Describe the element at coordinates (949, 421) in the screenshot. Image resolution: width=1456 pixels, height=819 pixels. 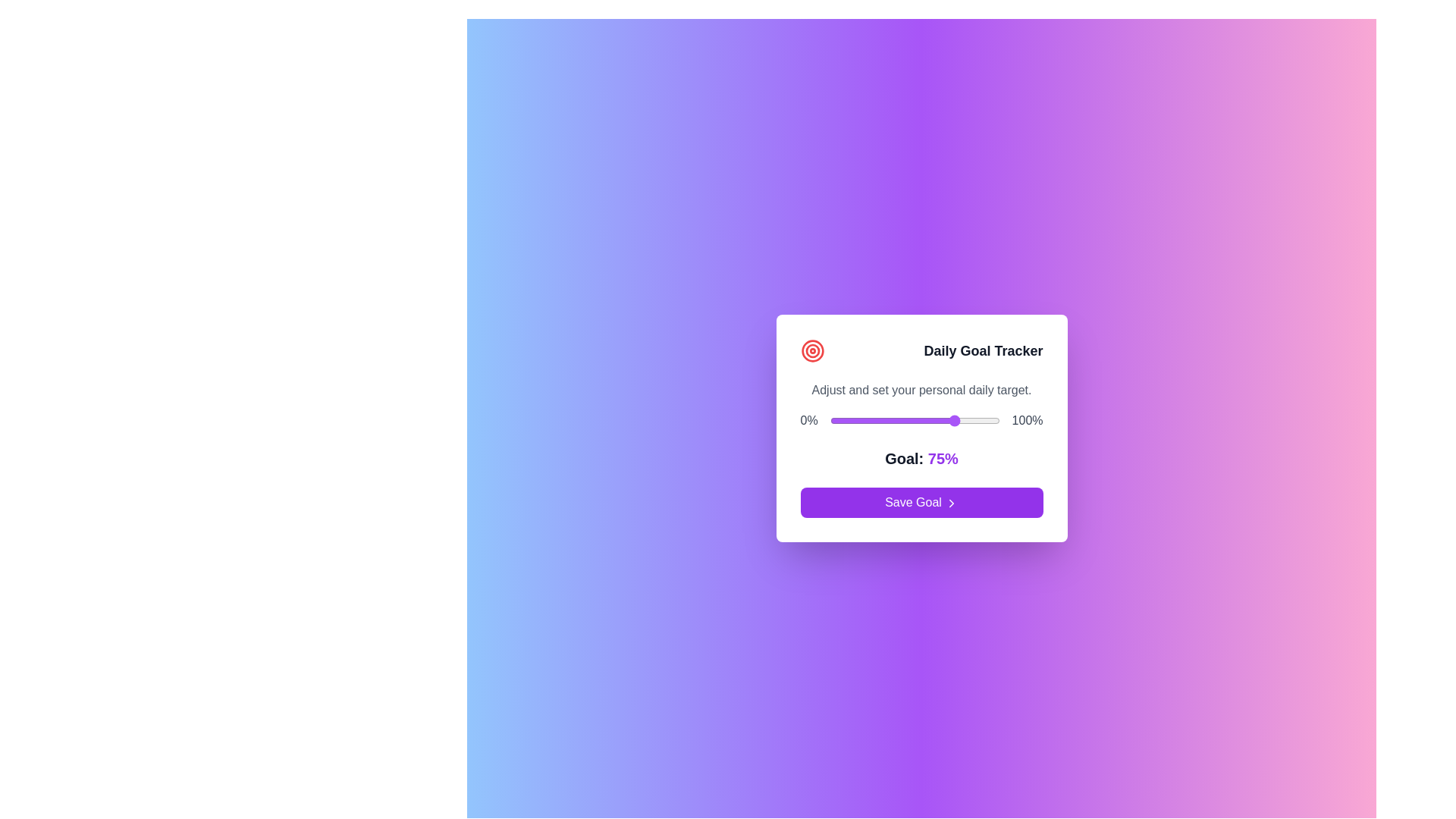
I see `the goal slider to 71%` at that location.